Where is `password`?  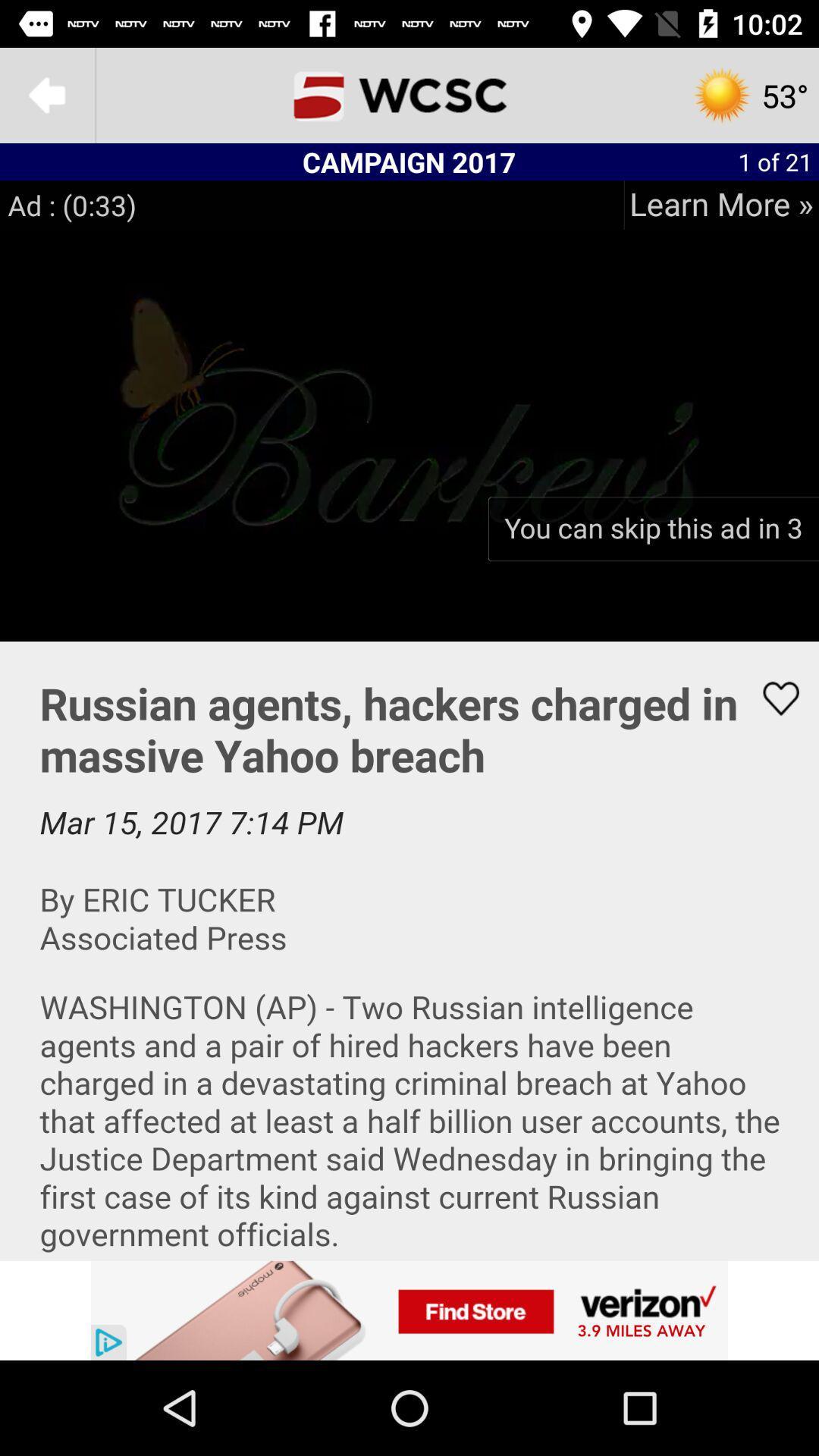
password is located at coordinates (409, 949).